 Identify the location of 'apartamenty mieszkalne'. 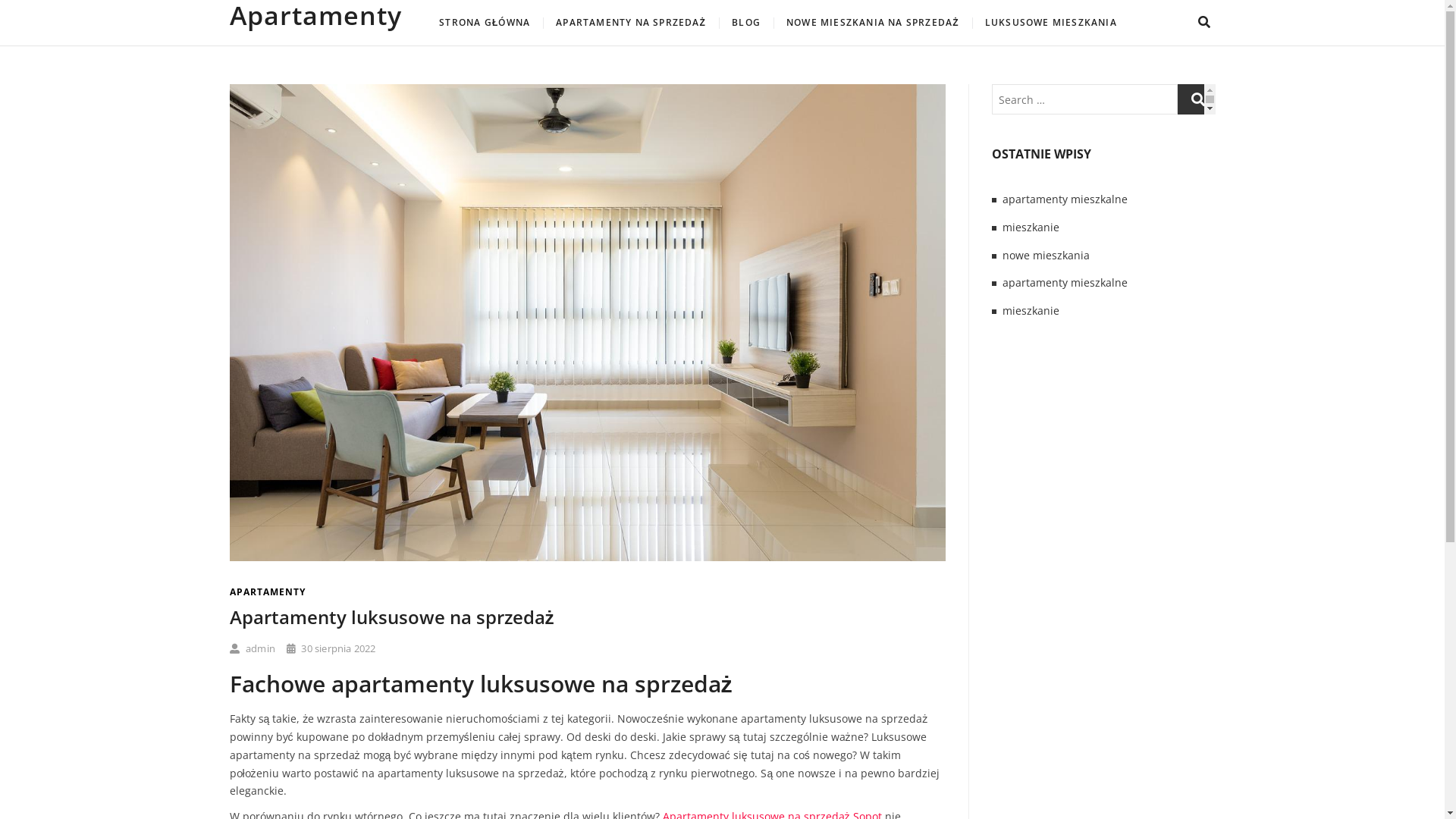
(1002, 198).